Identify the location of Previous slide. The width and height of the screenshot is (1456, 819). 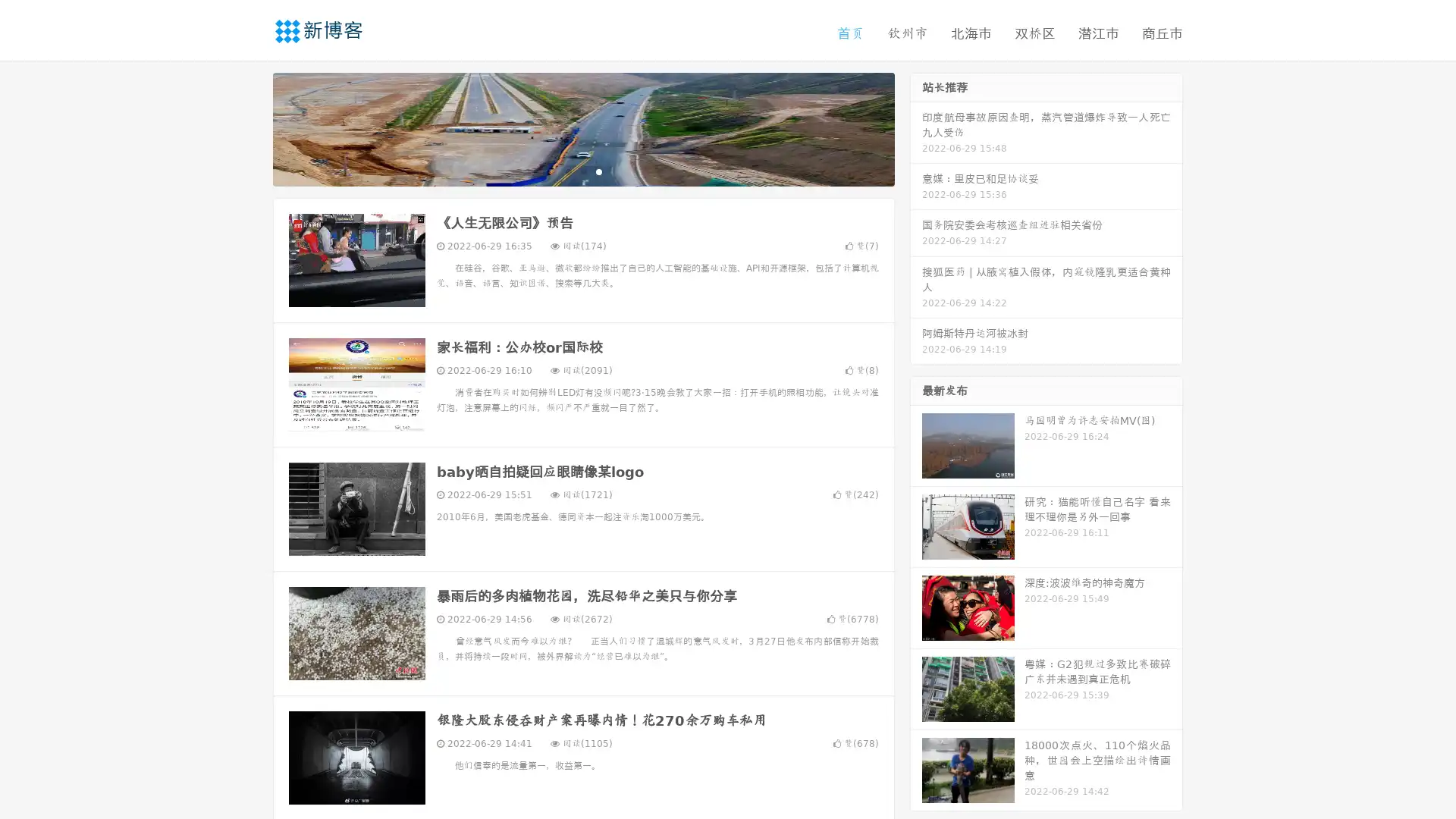
(250, 127).